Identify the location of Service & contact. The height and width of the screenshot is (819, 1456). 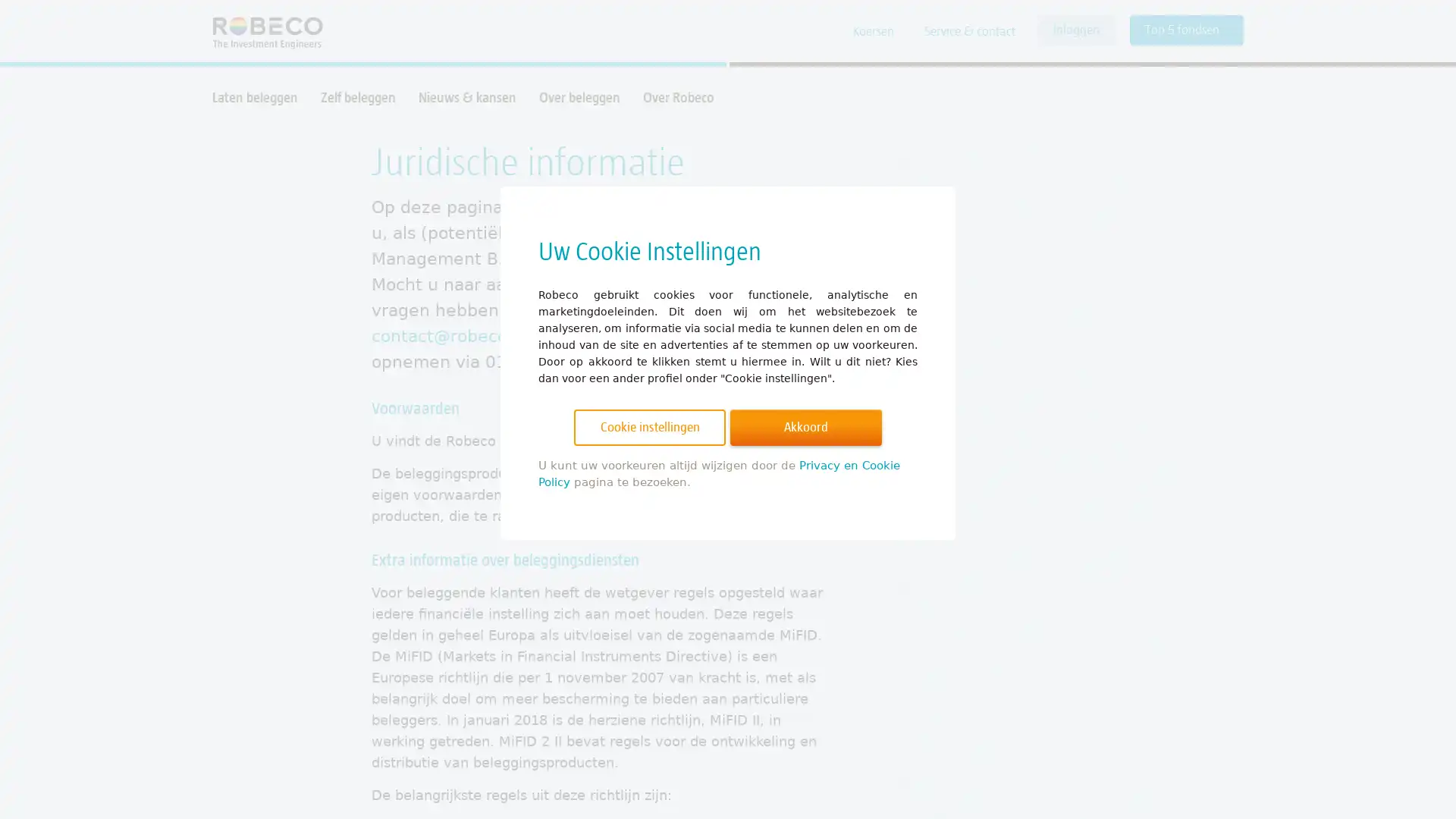
(968, 32).